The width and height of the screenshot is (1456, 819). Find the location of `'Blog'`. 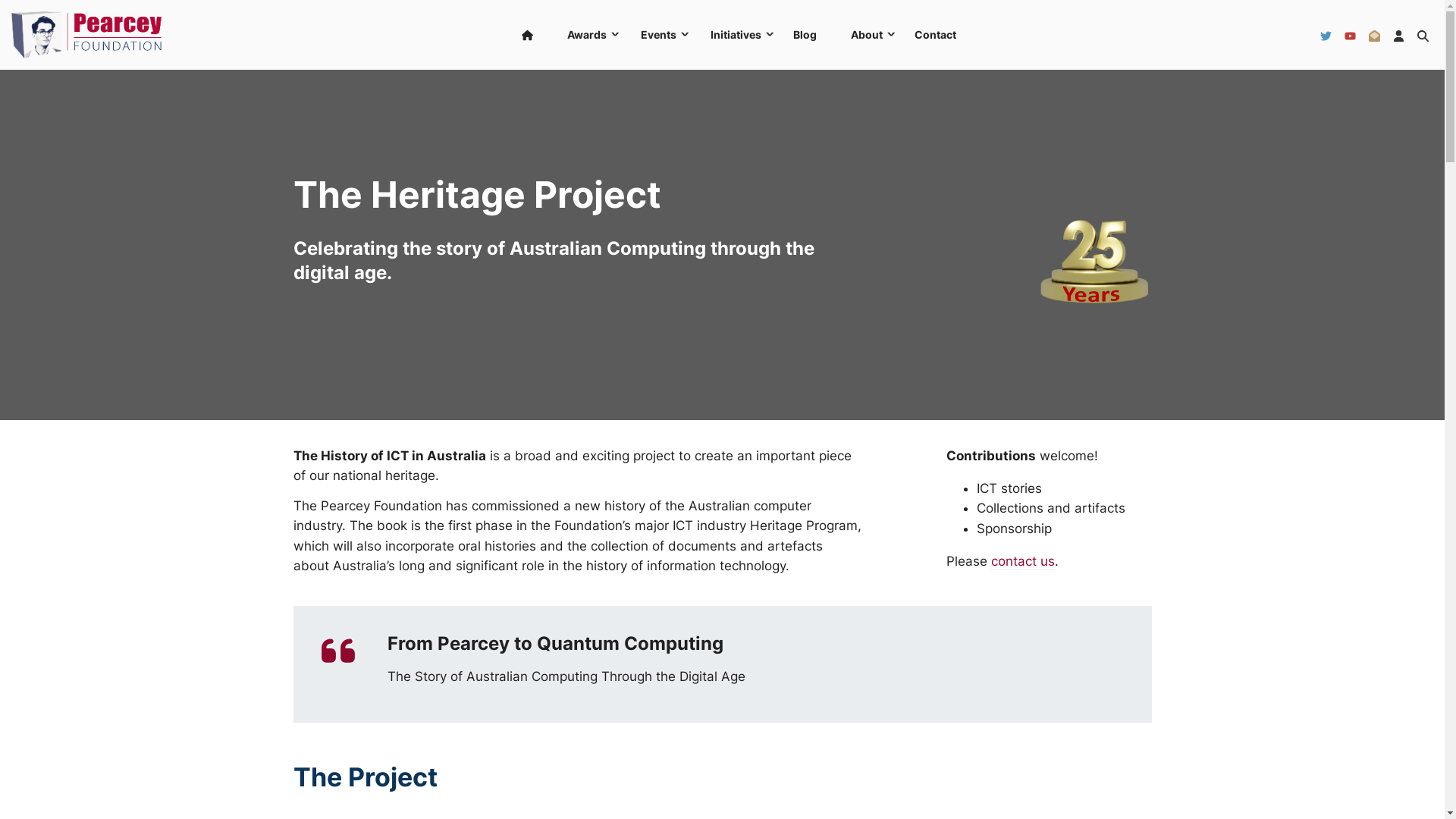

'Blog' is located at coordinates (777, 34).